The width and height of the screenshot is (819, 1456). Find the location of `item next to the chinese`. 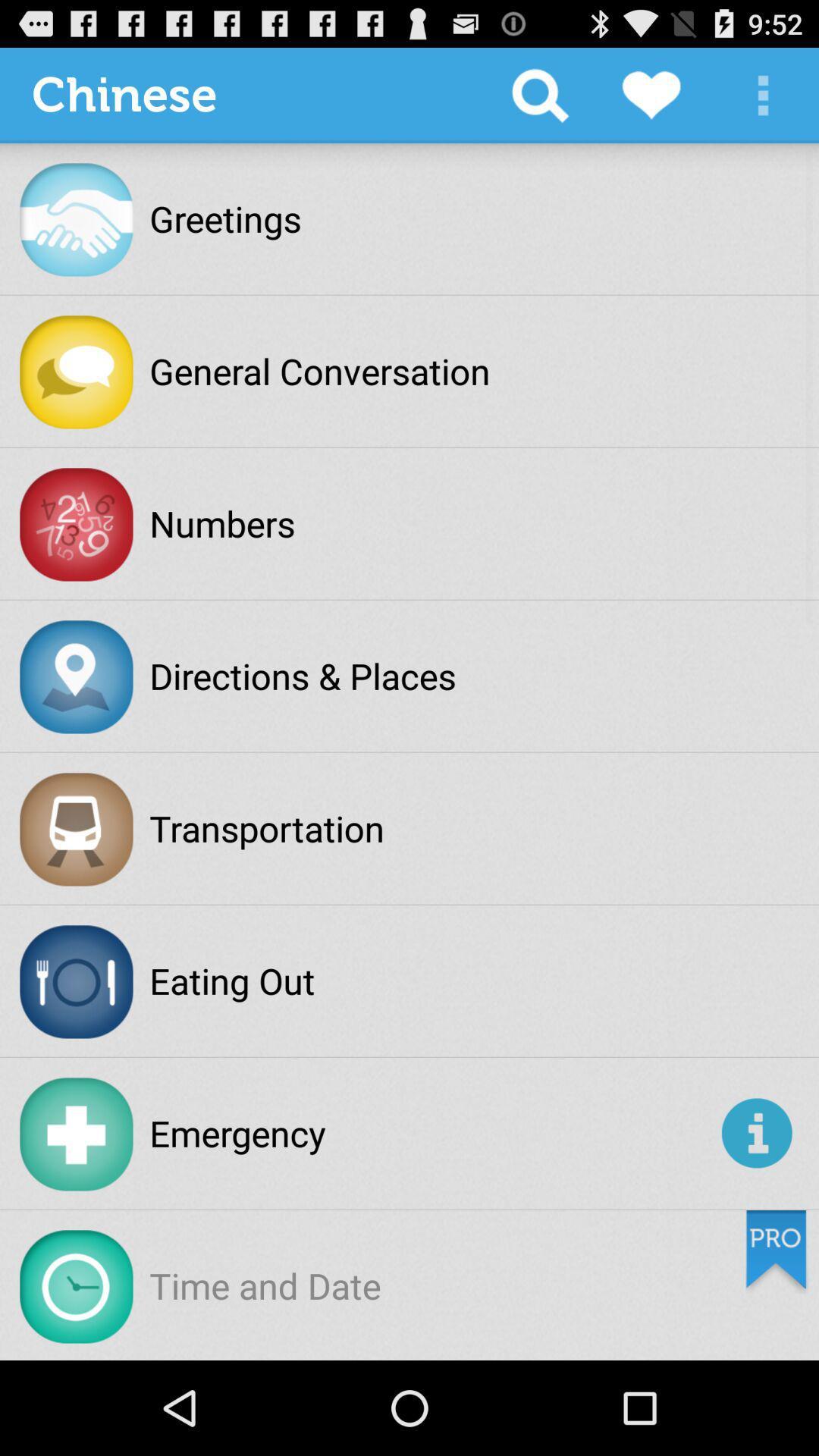

item next to the chinese is located at coordinates (539, 94).